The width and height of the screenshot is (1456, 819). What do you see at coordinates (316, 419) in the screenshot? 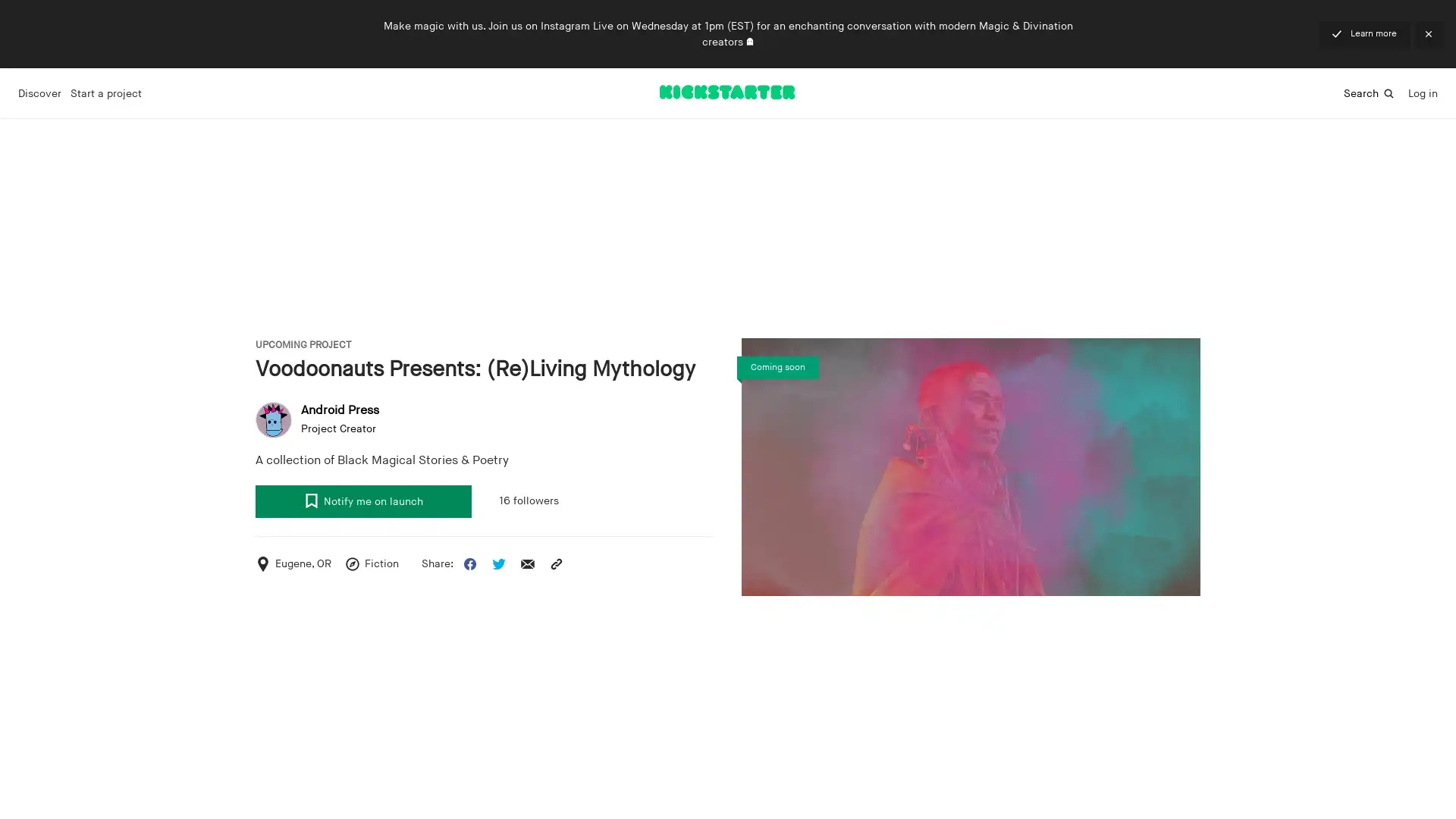
I see `user avatar Android Press Project Creator` at bounding box center [316, 419].